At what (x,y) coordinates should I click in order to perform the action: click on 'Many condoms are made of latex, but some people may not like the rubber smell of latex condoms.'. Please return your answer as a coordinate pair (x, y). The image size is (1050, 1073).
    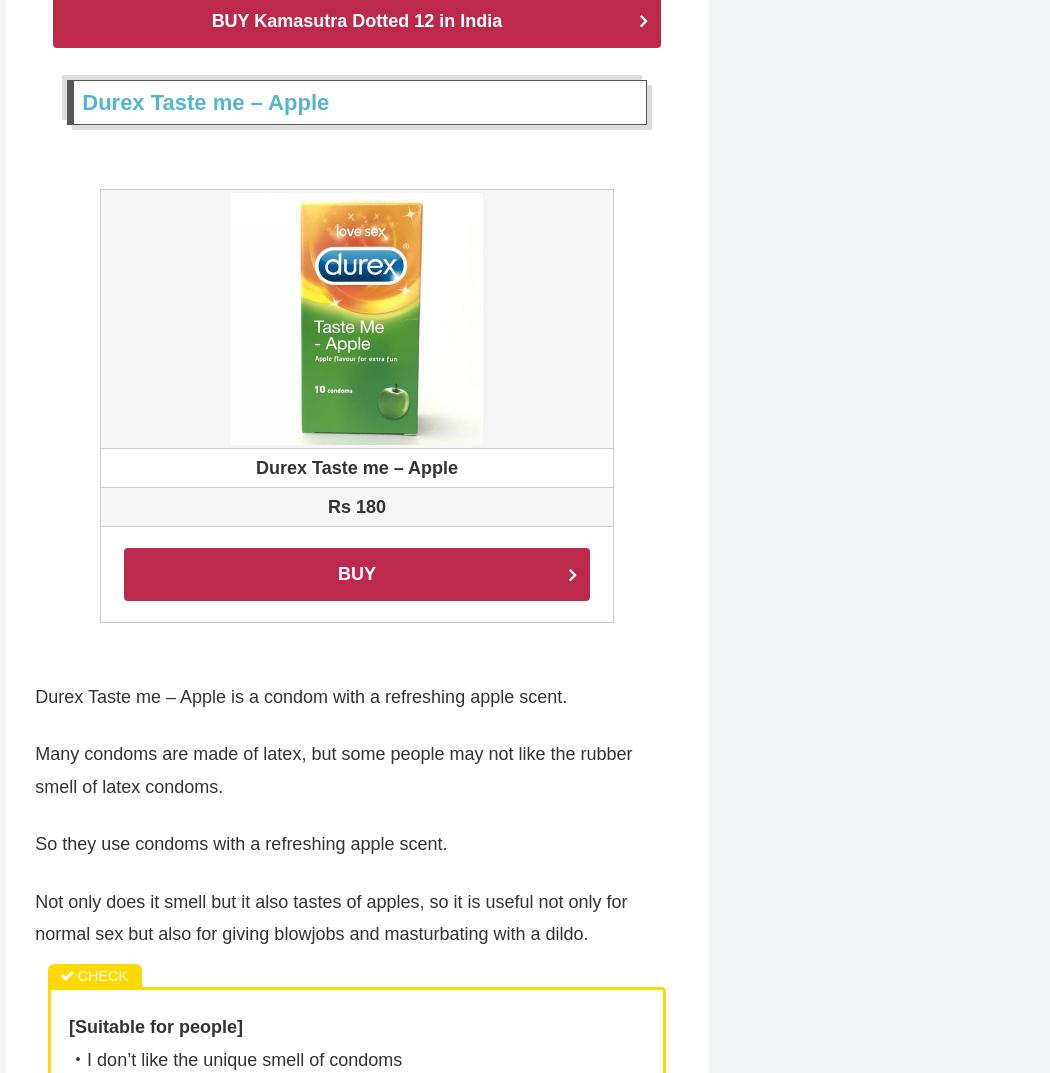
    Looking at the image, I should click on (34, 771).